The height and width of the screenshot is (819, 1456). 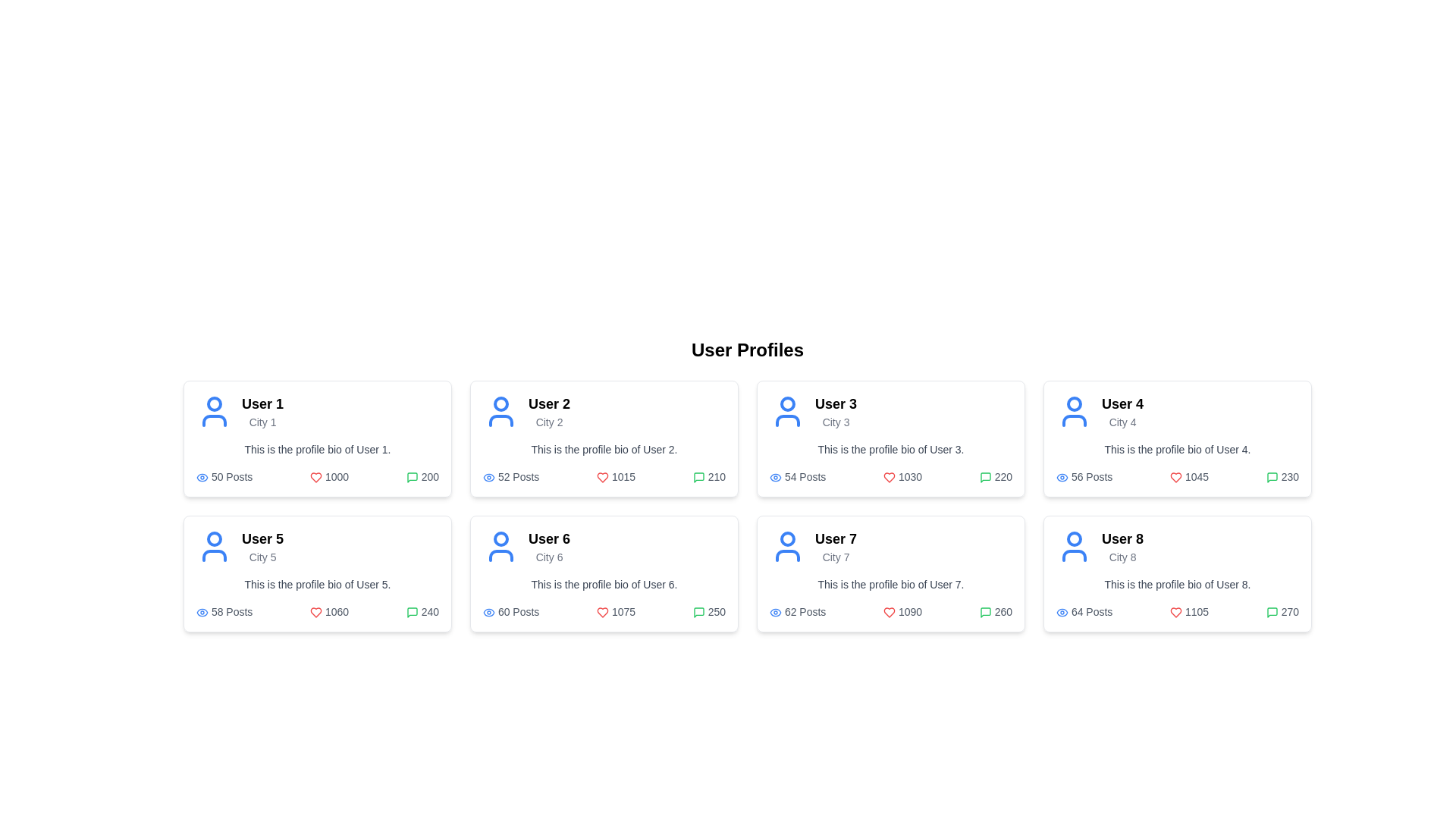 What do you see at coordinates (890, 478) in the screenshot?
I see `the heart icon that represents the 'like' count for 'User 3', located next to the number '1030' in the user profile card` at bounding box center [890, 478].